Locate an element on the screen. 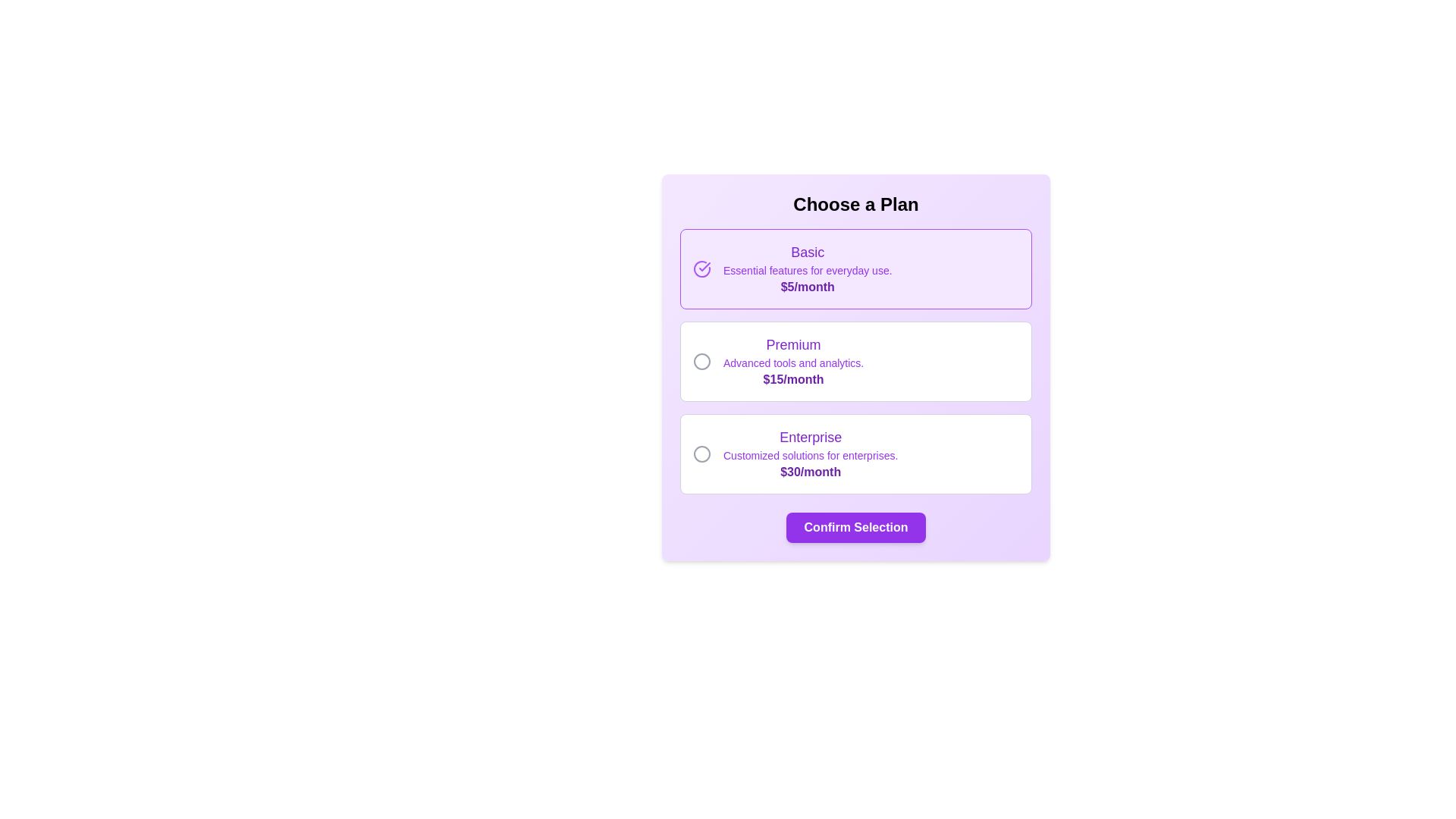 This screenshot has width=1456, height=819. the text label that contains 'Essential features for everyday use.' styled in small purple font, located between the title 'Basic' and the price '$5/month' in the Basic subscription option box is located at coordinates (807, 270).